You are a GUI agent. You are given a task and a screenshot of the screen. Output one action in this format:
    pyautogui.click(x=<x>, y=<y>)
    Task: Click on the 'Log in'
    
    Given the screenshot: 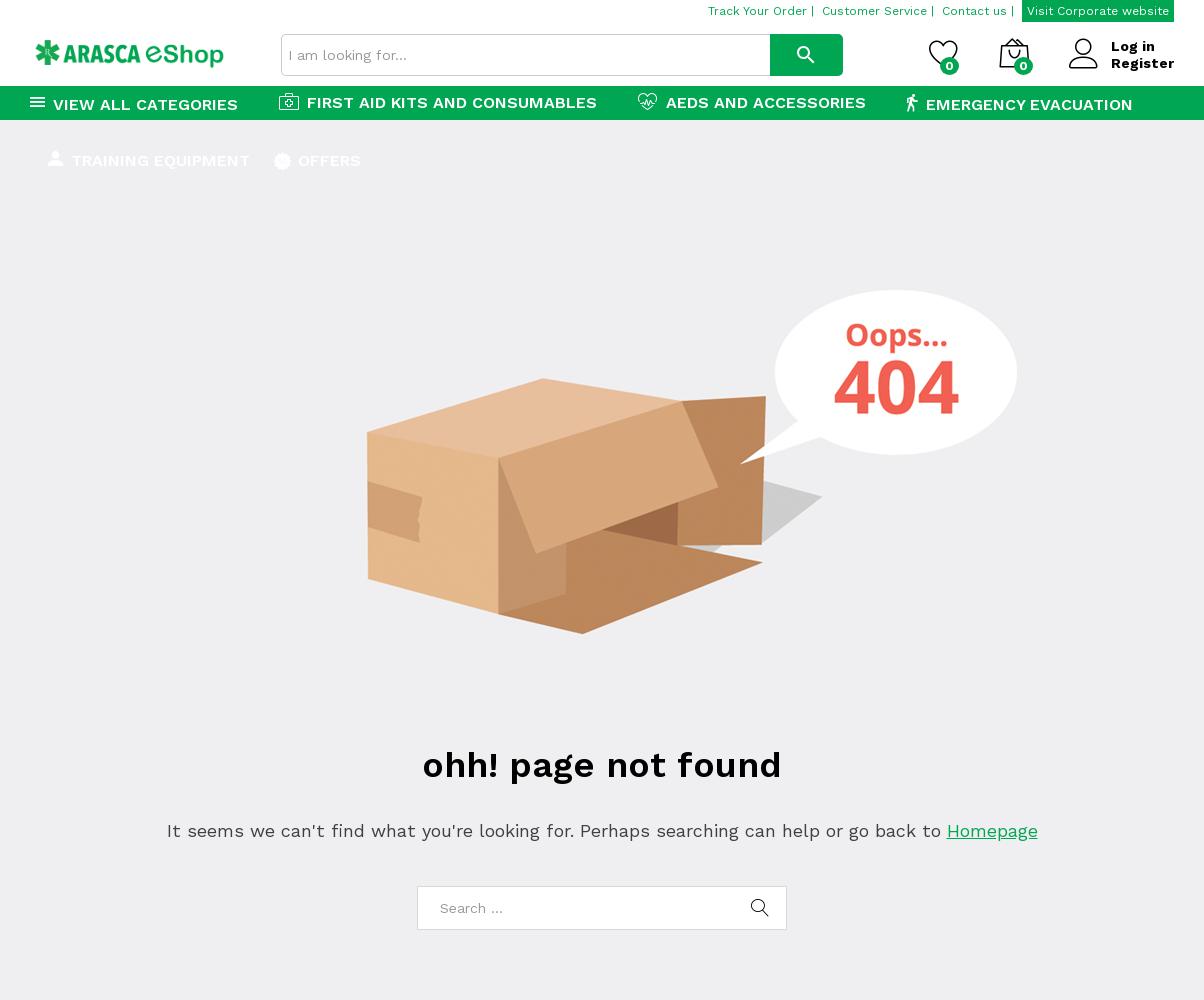 What is the action you would take?
    pyautogui.click(x=1132, y=46)
    